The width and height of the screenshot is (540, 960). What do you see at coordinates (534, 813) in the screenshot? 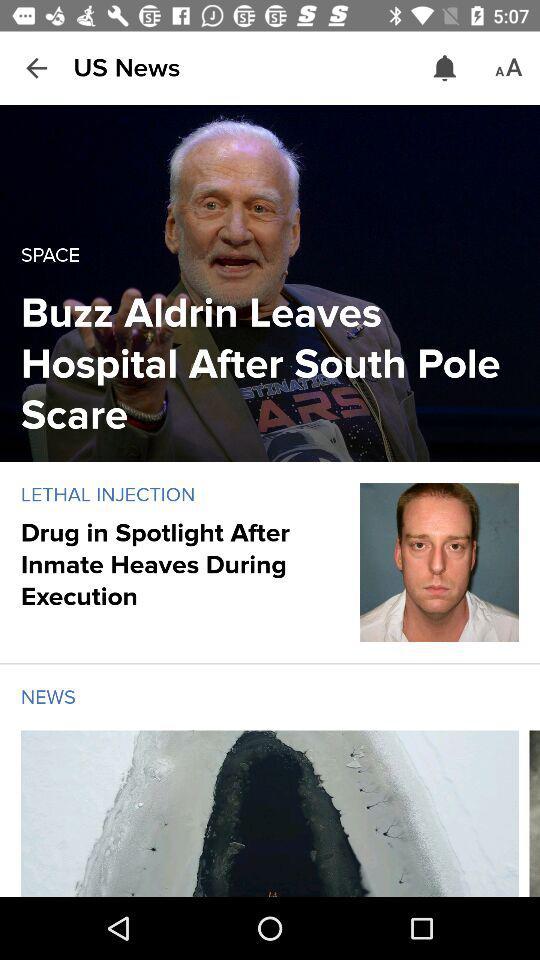
I see `scroll new article` at bounding box center [534, 813].